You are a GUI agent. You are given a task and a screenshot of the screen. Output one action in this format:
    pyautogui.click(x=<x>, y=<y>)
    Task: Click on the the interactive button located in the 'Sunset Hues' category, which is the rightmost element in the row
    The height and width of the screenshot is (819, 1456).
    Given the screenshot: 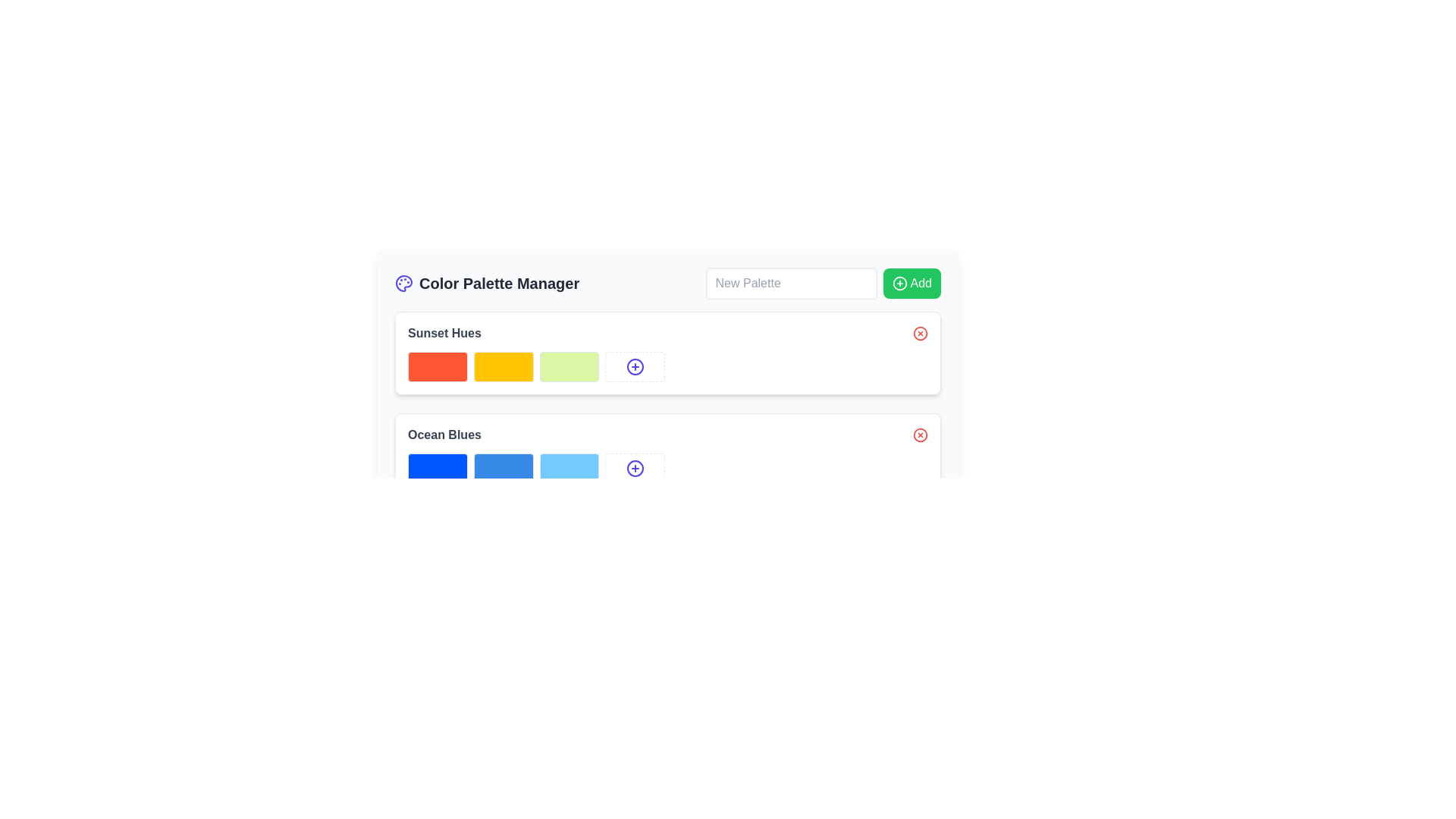 What is the action you would take?
    pyautogui.click(x=635, y=467)
    